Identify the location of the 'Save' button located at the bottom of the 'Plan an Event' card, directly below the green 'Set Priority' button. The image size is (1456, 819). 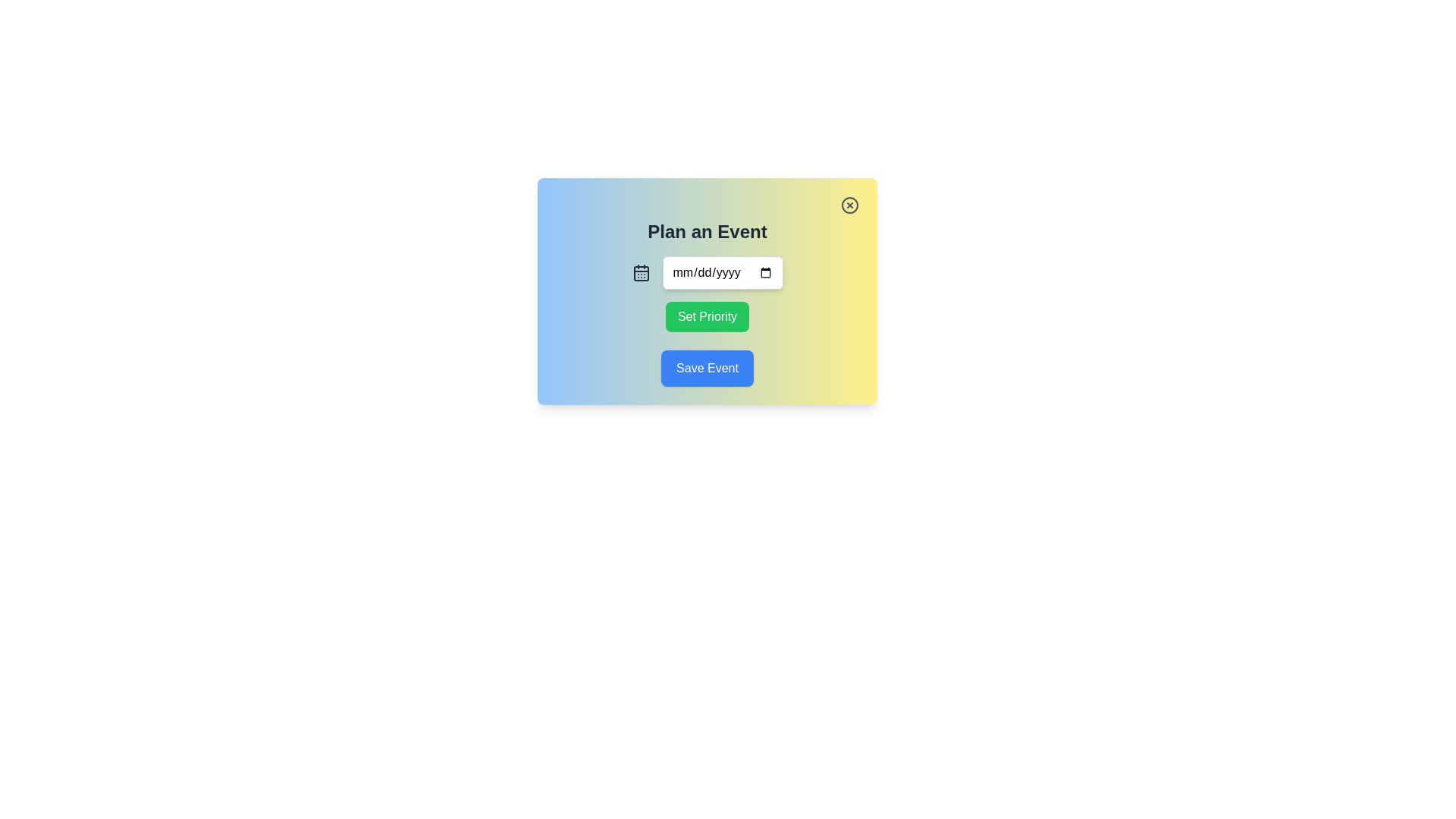
(706, 369).